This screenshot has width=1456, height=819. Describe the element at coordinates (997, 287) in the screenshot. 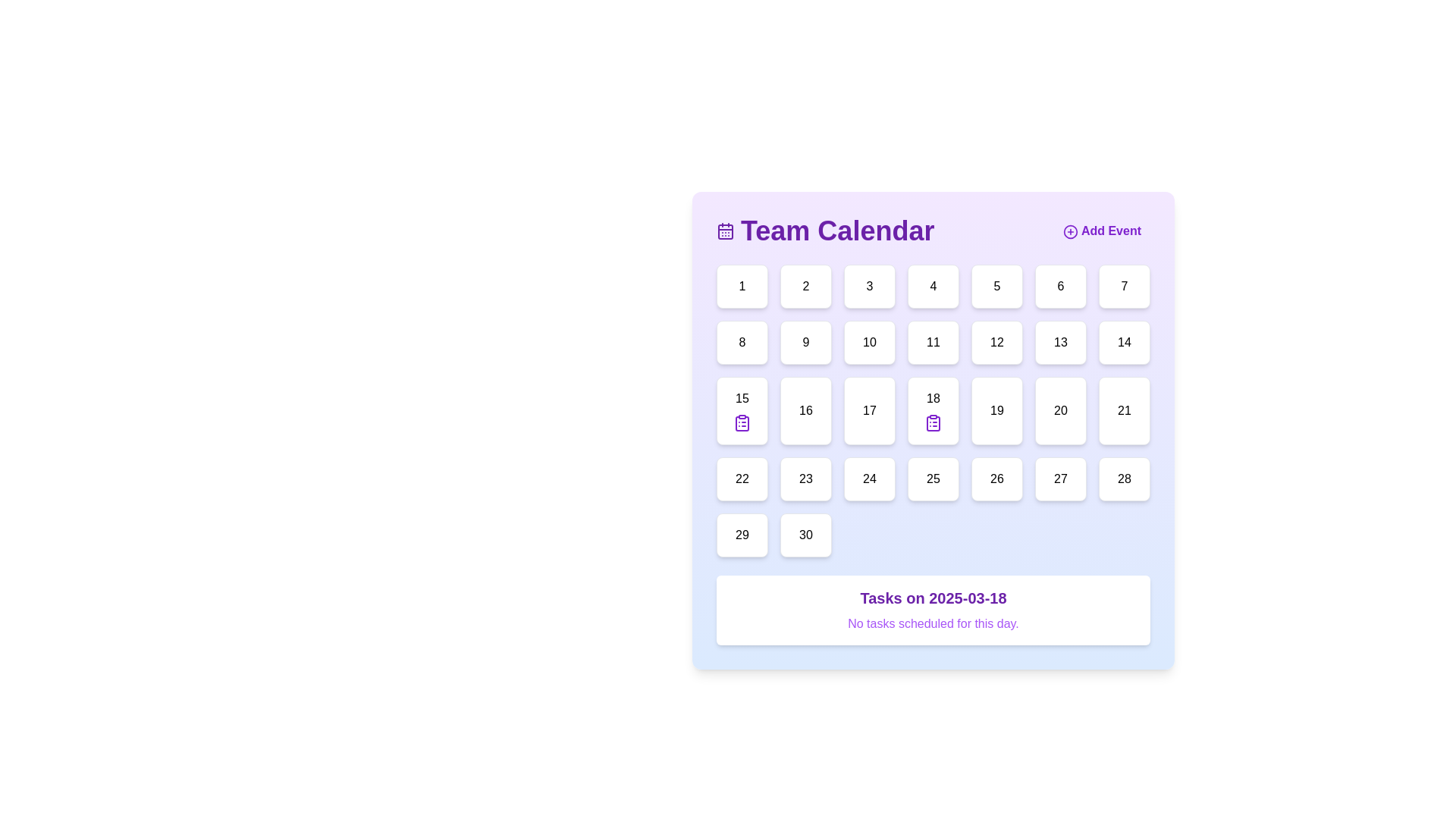

I see `the button representing the fifth day in the calendar` at that location.